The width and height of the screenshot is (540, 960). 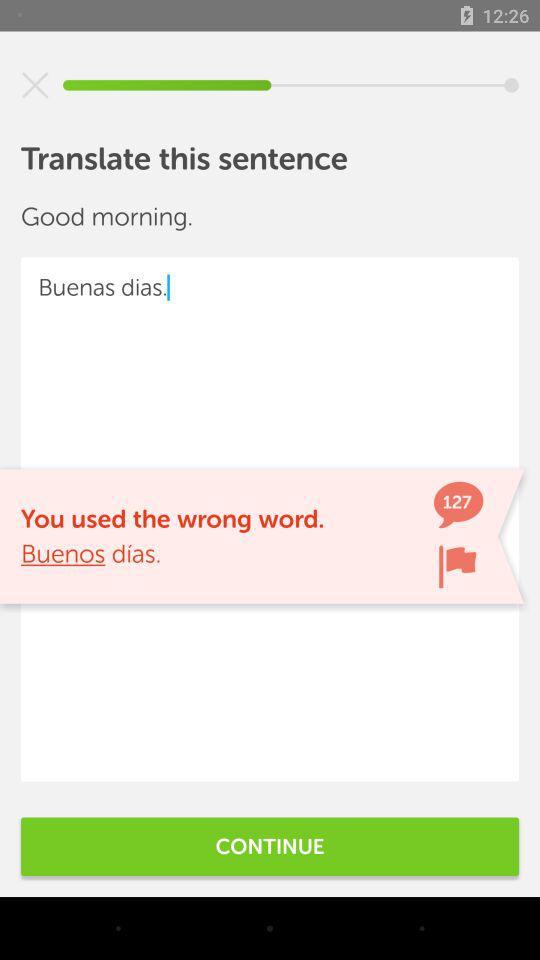 What do you see at coordinates (270, 845) in the screenshot?
I see `continue item` at bounding box center [270, 845].